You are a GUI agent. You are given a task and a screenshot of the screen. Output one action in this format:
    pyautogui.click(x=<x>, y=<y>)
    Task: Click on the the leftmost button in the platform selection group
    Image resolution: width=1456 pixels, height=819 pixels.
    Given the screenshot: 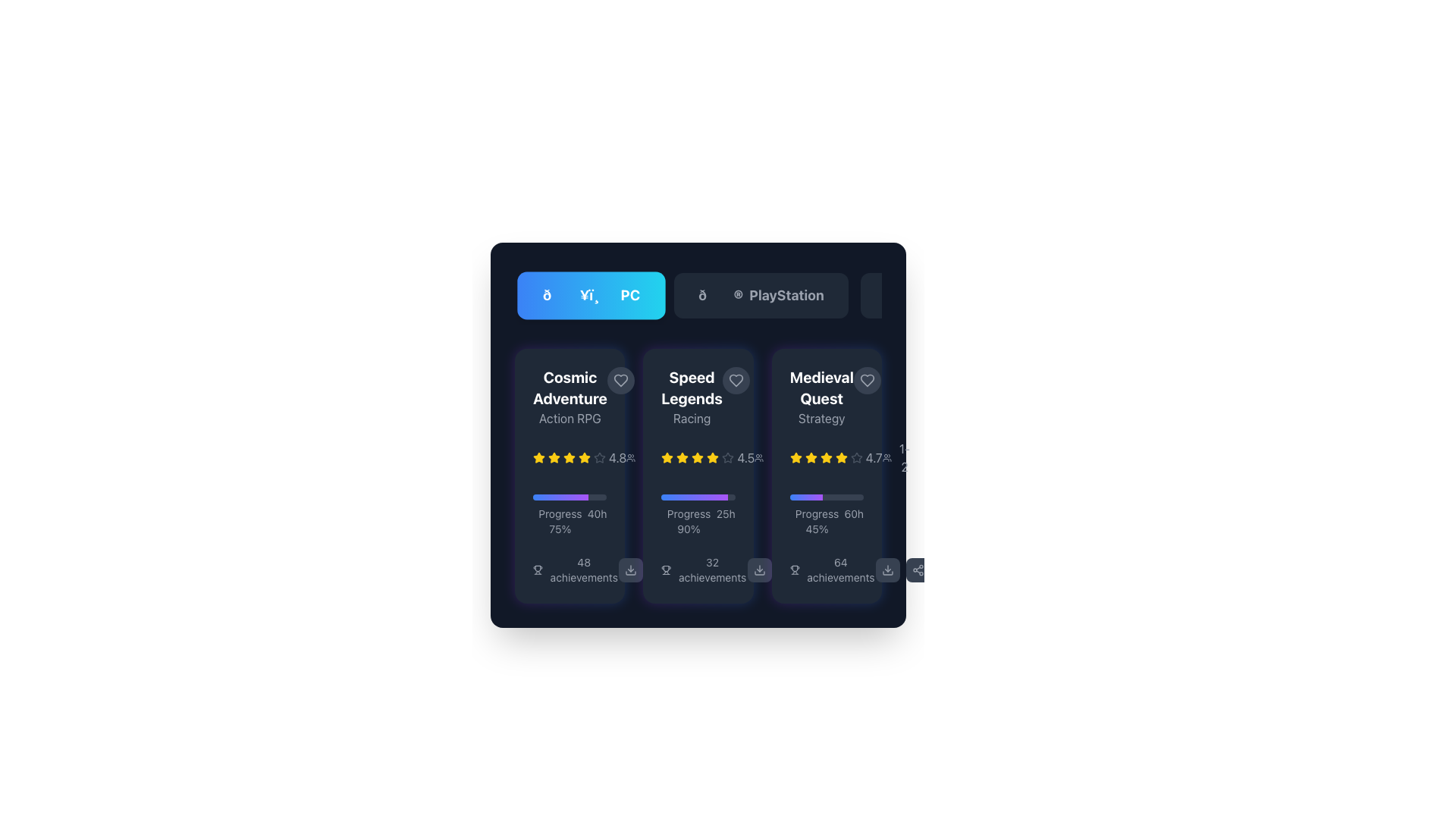 What is the action you would take?
    pyautogui.click(x=591, y=295)
    